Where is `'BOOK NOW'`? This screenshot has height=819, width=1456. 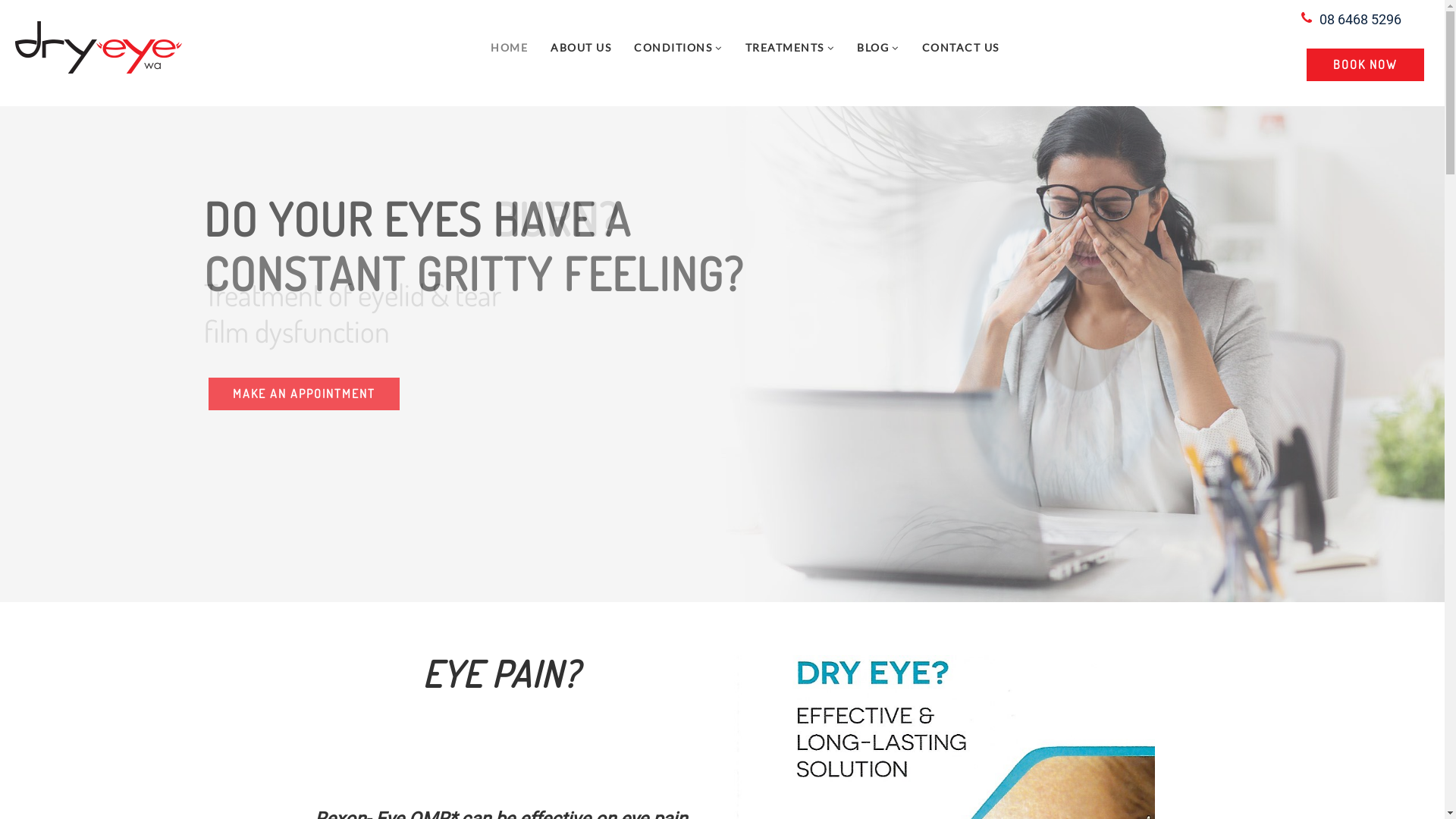
'BOOK NOW' is located at coordinates (1365, 64).